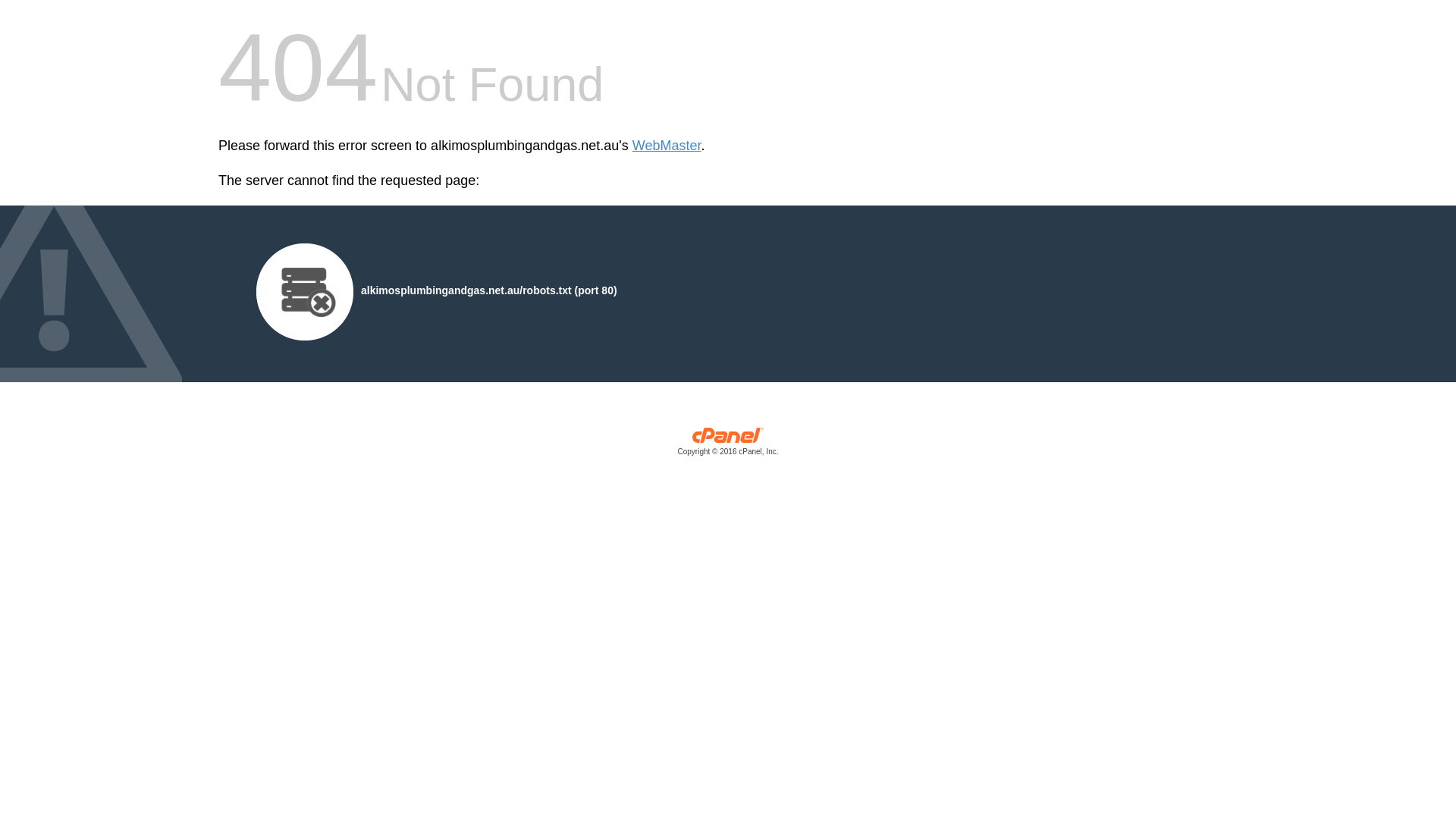 The image size is (1456, 819). What do you see at coordinates (667, 146) in the screenshot?
I see `'WebMaster'` at bounding box center [667, 146].